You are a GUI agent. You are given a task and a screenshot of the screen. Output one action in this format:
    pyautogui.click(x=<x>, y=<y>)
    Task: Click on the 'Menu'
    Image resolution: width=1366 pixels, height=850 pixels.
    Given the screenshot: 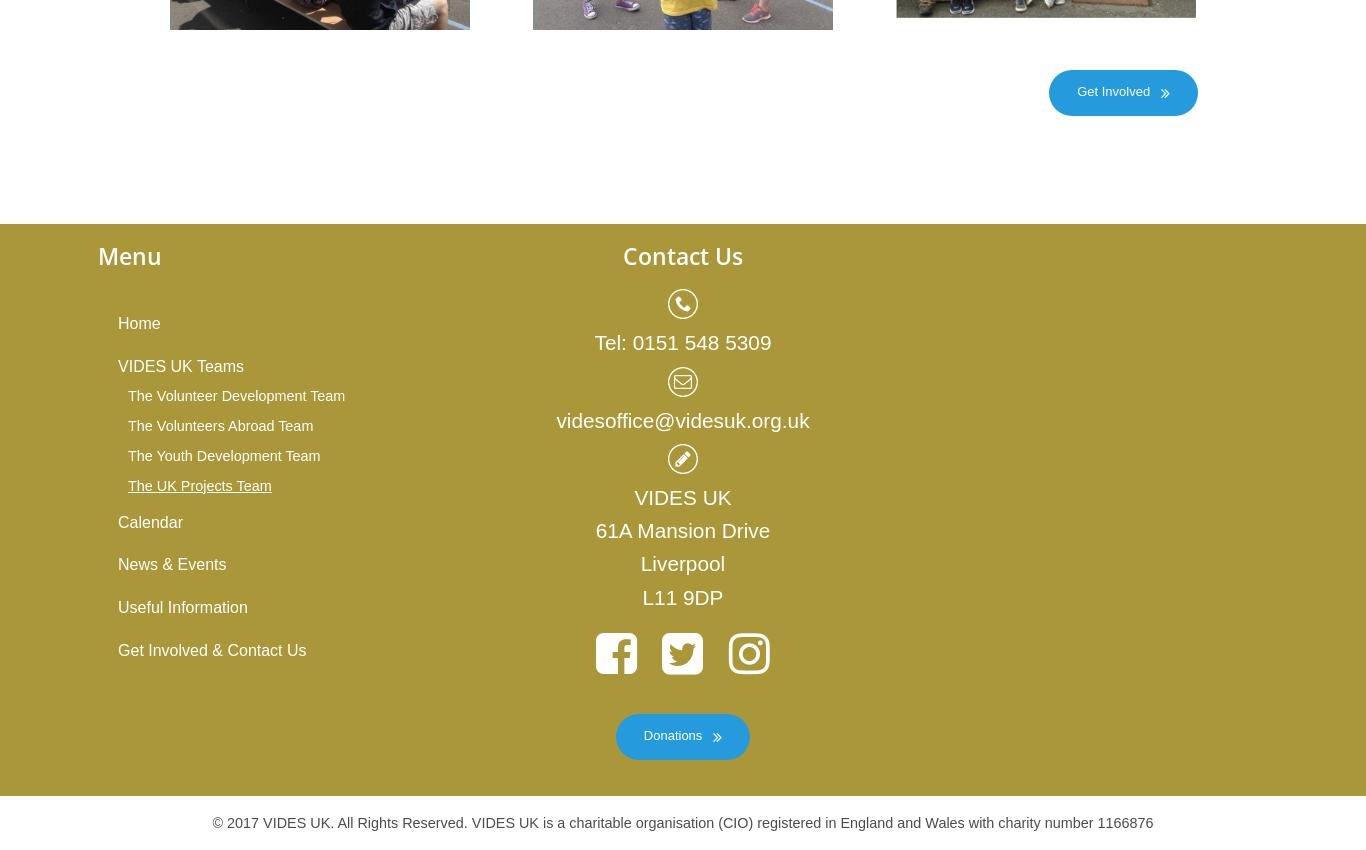 What is the action you would take?
    pyautogui.click(x=129, y=255)
    